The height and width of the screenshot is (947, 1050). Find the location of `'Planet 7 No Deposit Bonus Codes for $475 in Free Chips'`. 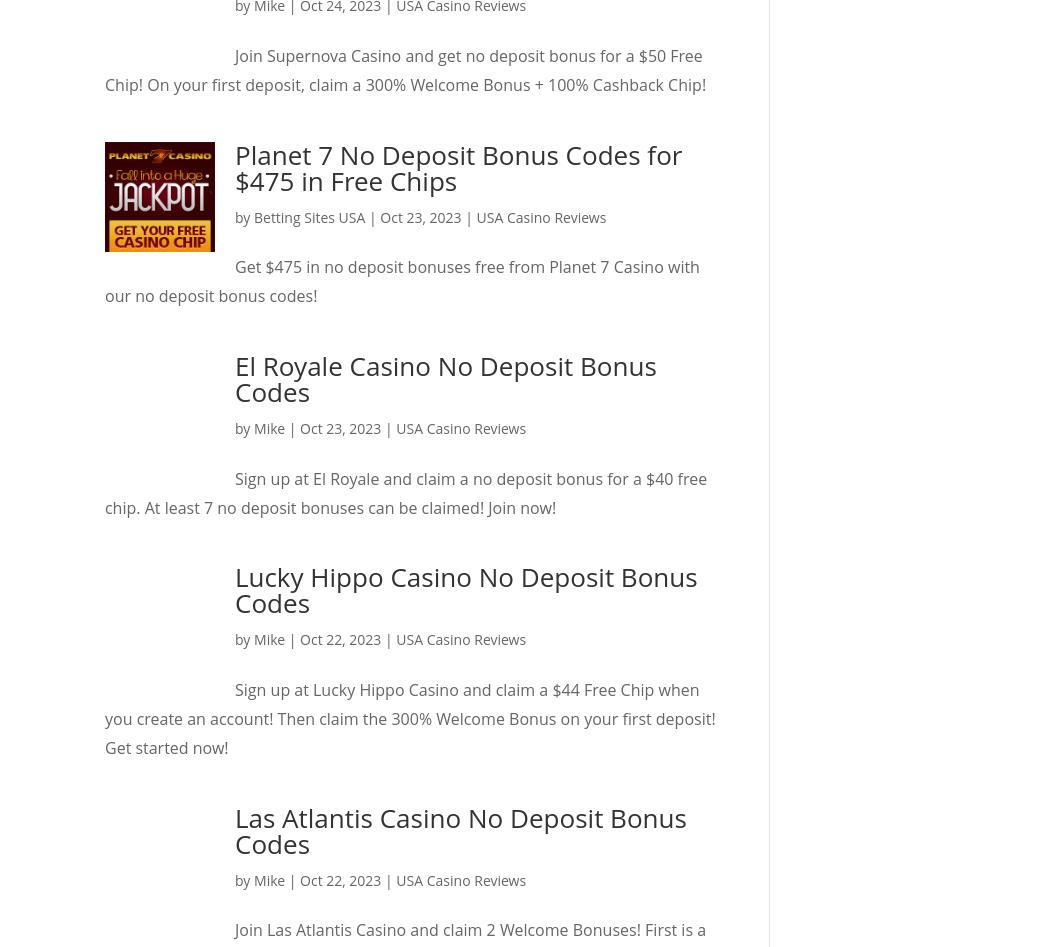

'Planet 7 No Deposit Bonus Codes for $475 in Free Chips' is located at coordinates (234, 165).